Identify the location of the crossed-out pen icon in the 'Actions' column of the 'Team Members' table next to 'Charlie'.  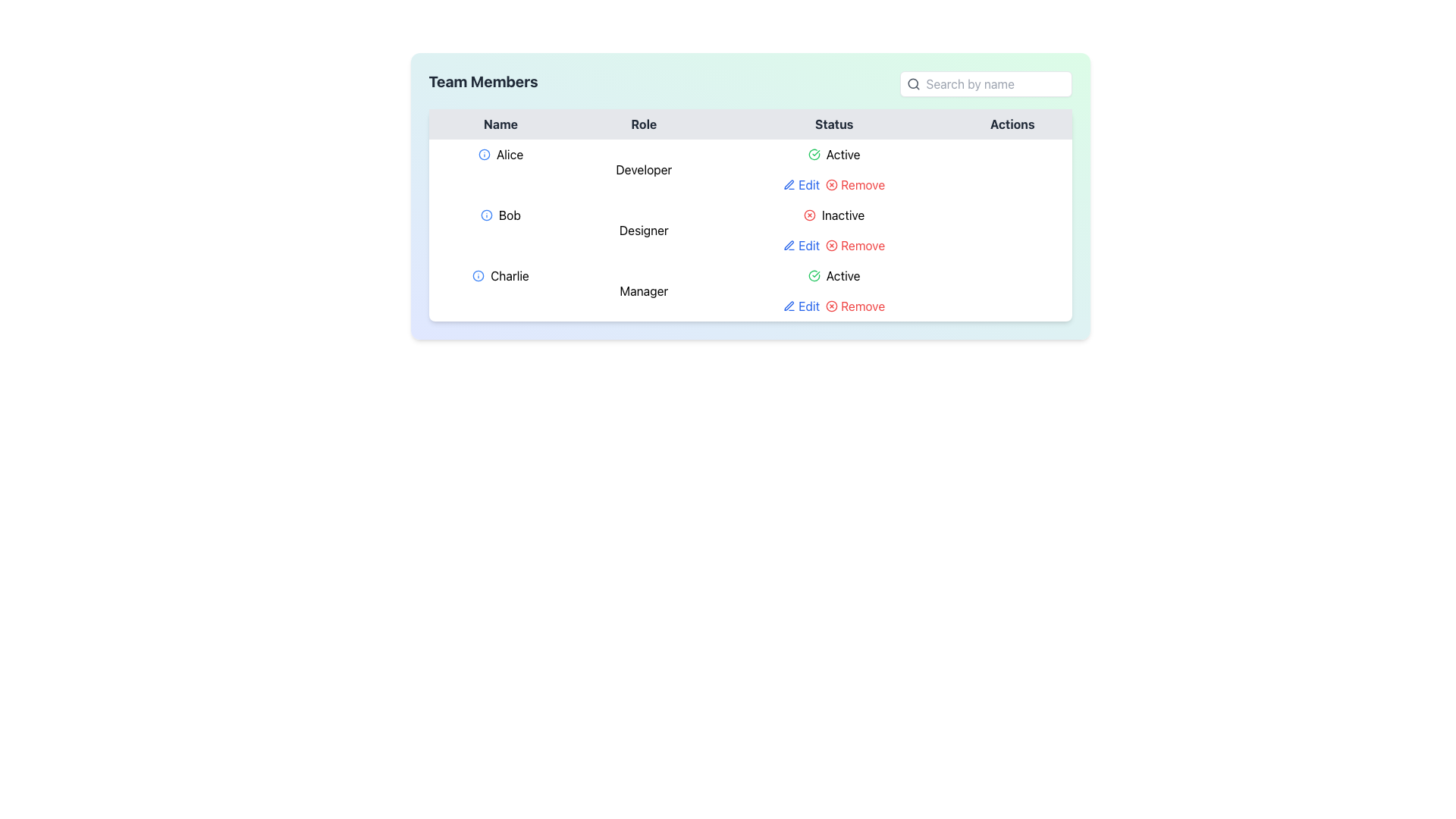
(789, 306).